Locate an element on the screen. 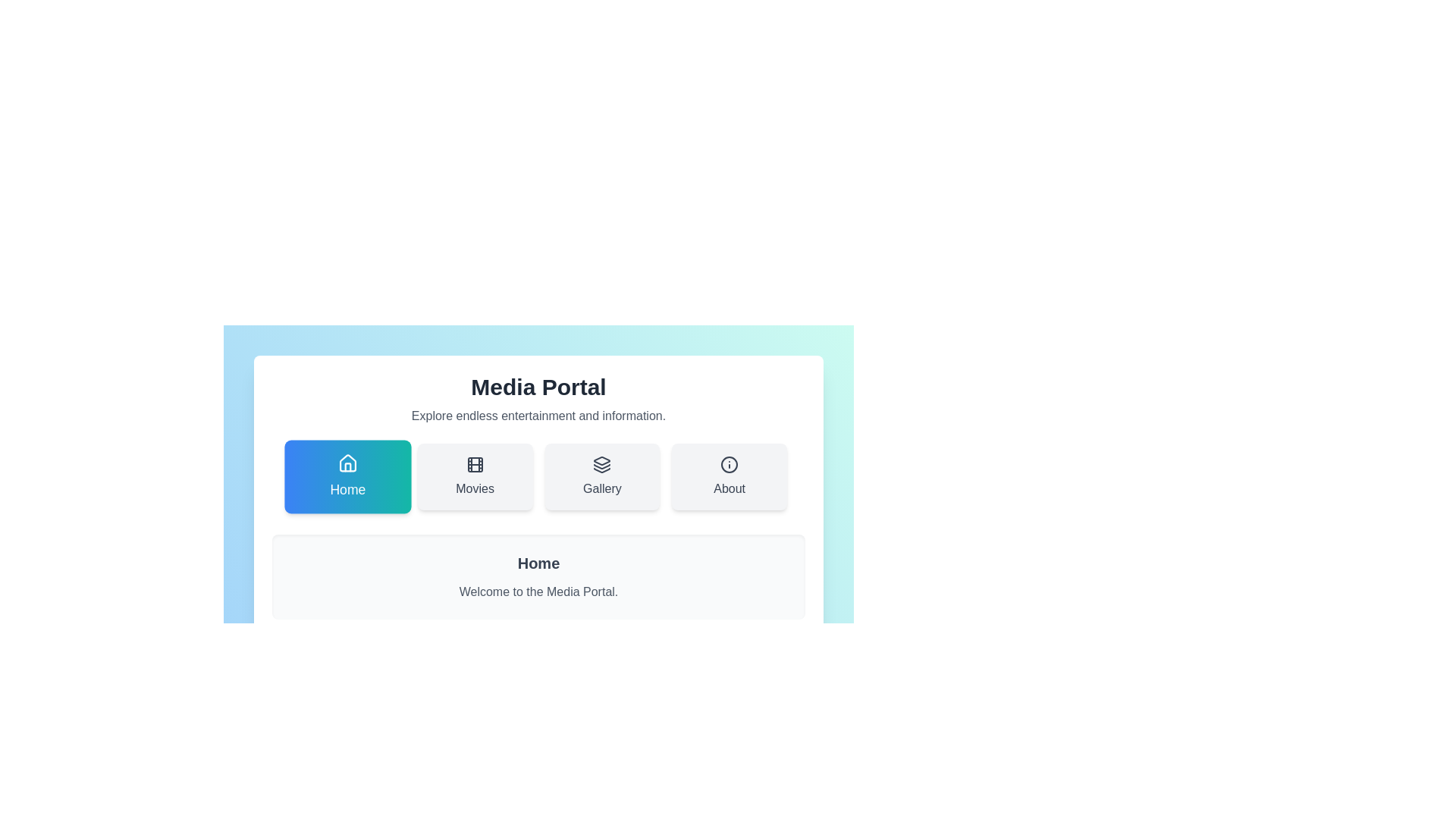  the house-shaped icon is located at coordinates (347, 463).